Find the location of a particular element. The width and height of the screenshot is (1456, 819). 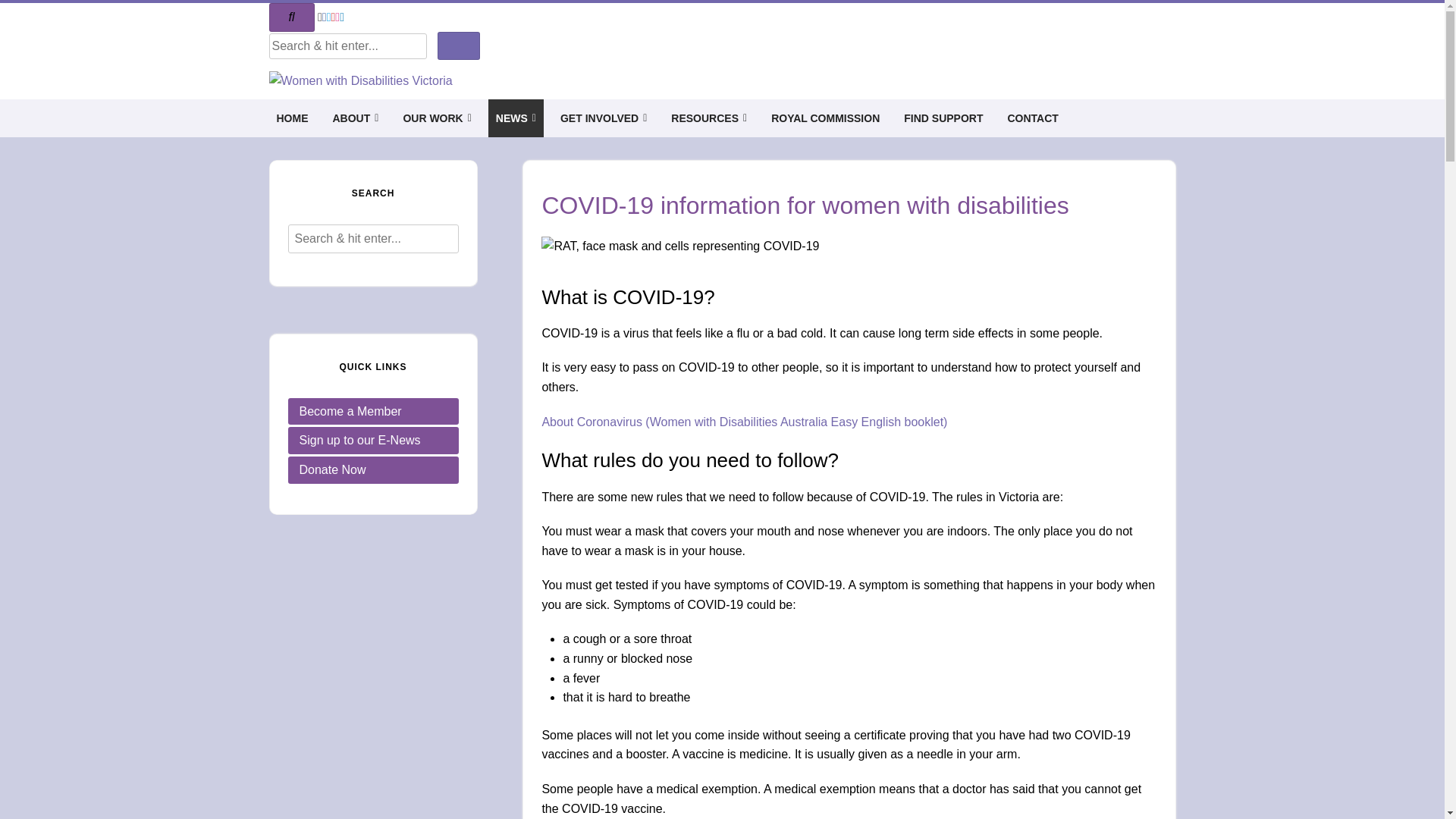

'Sign up to our E-News' is located at coordinates (373, 441).